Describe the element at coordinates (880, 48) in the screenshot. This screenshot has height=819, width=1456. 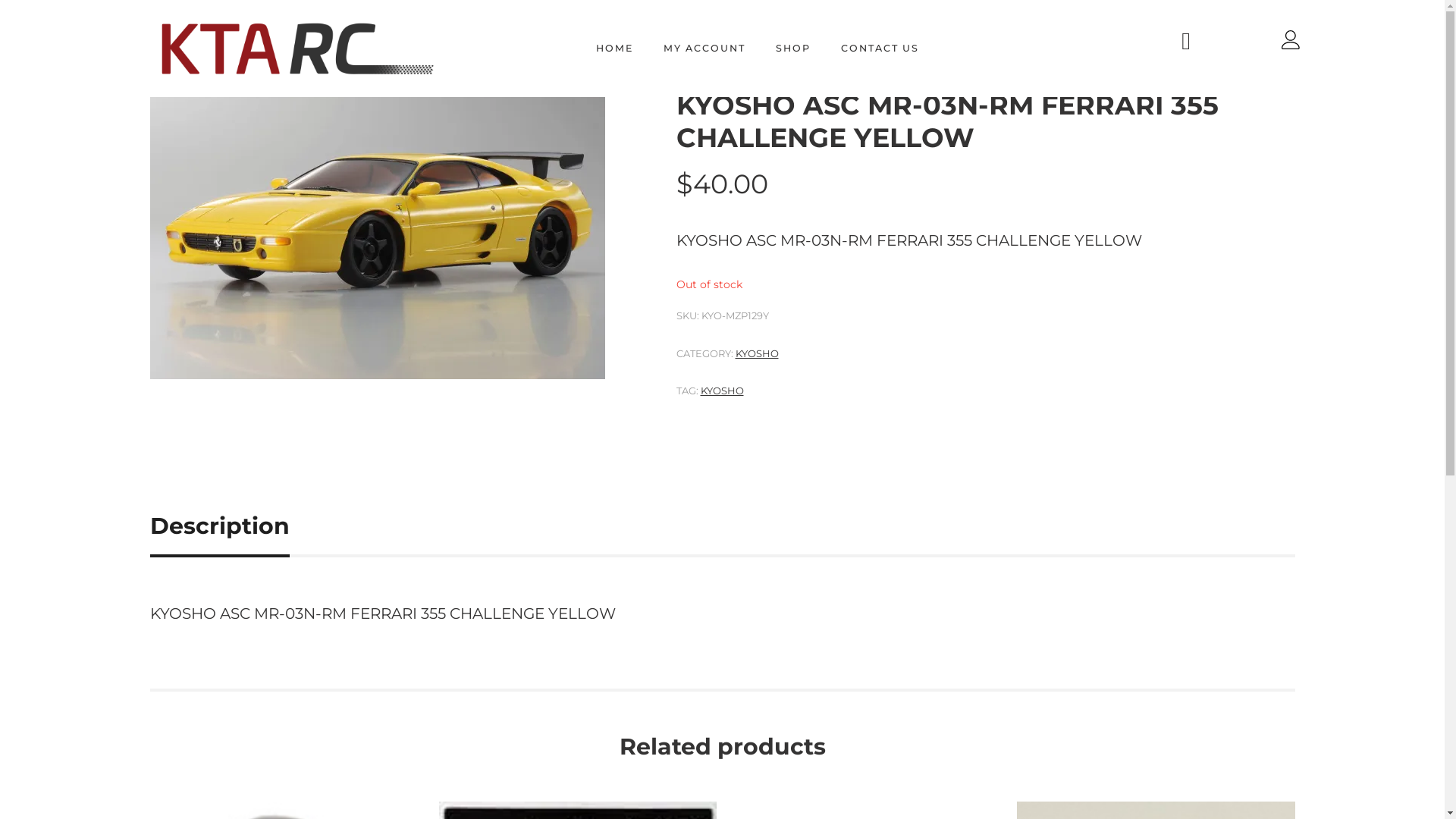
I see `'CONTACT US'` at that location.